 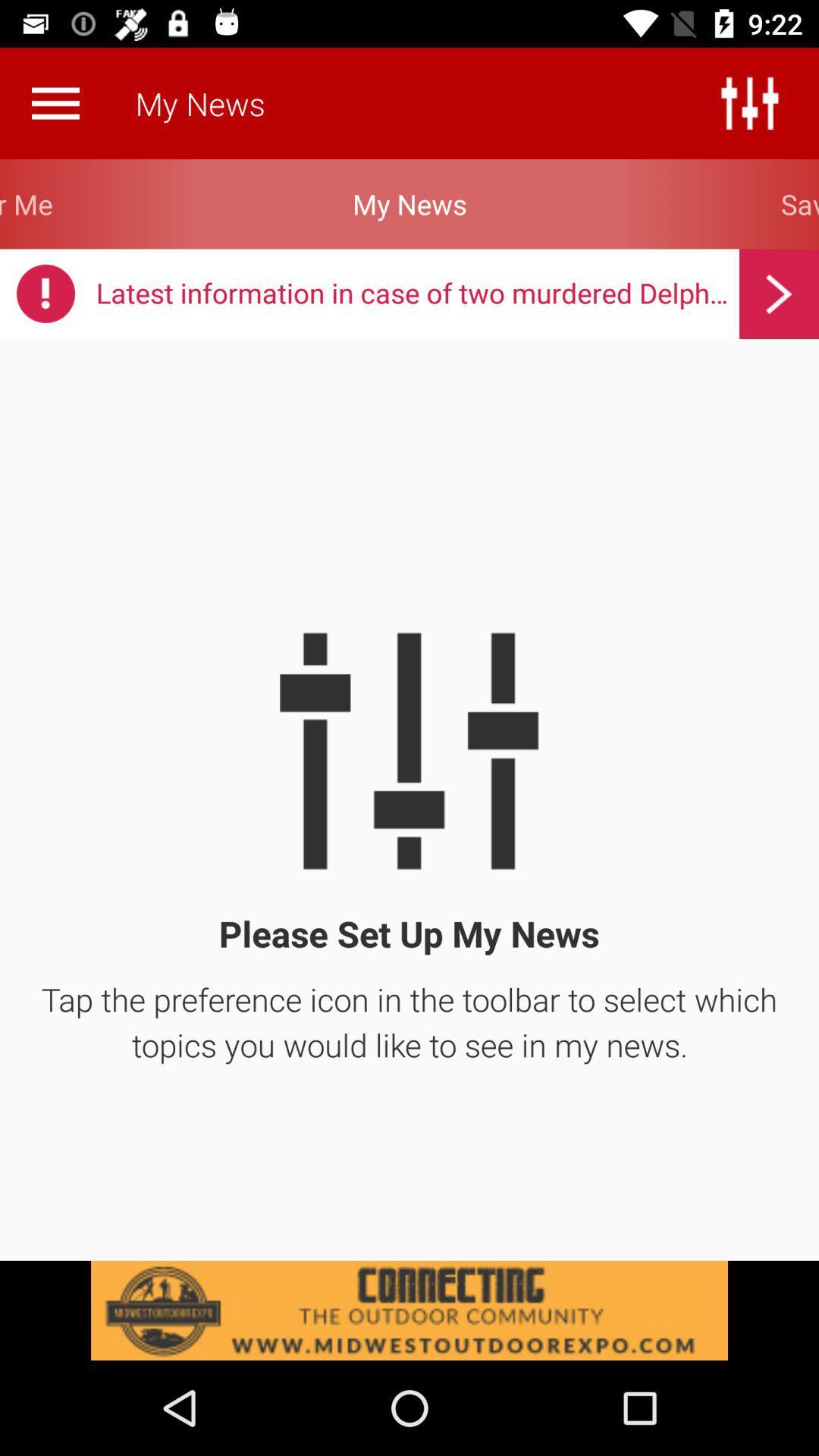 I want to click on click settings, so click(x=748, y=102).